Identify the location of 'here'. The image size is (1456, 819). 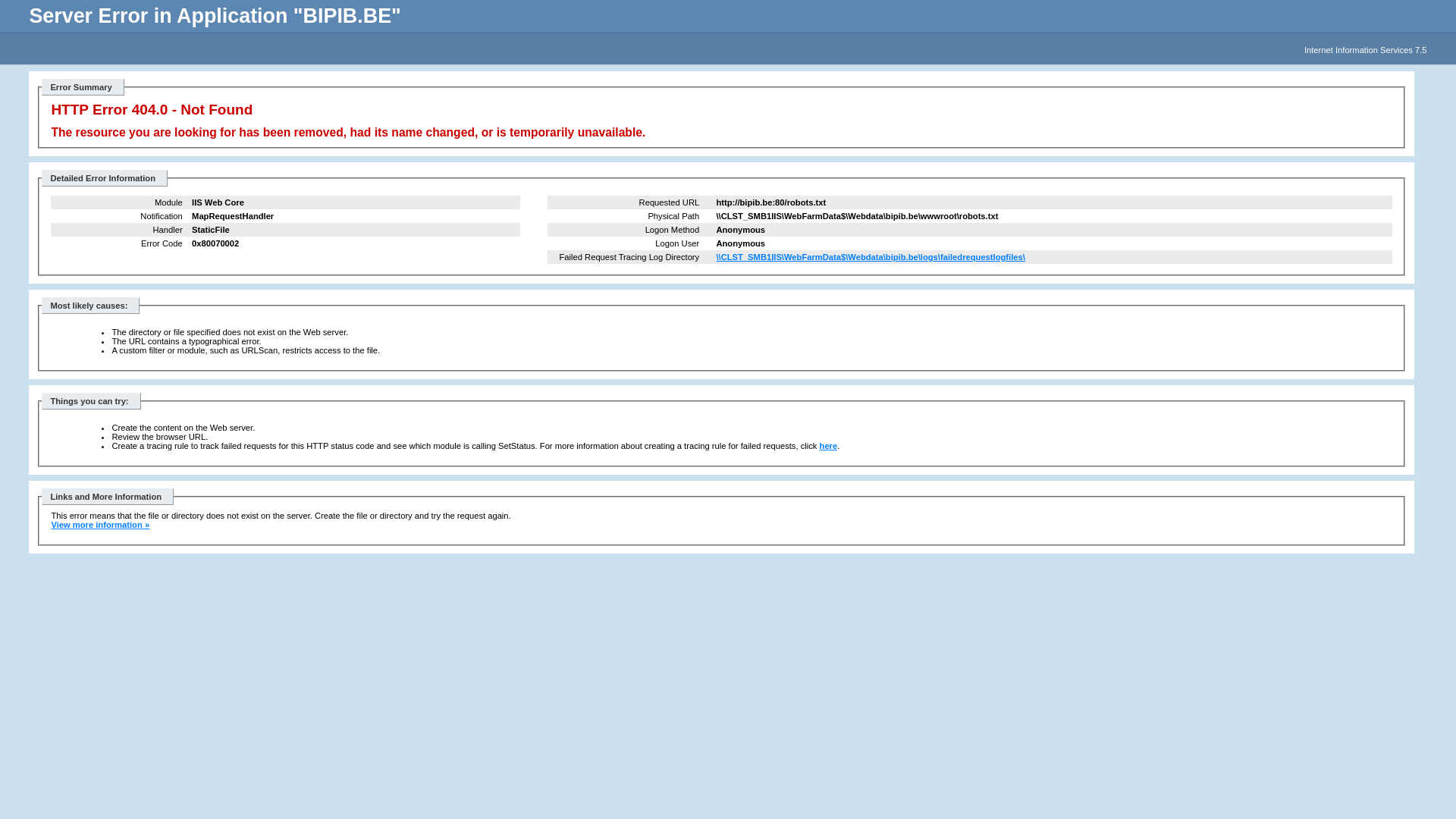
(828, 444).